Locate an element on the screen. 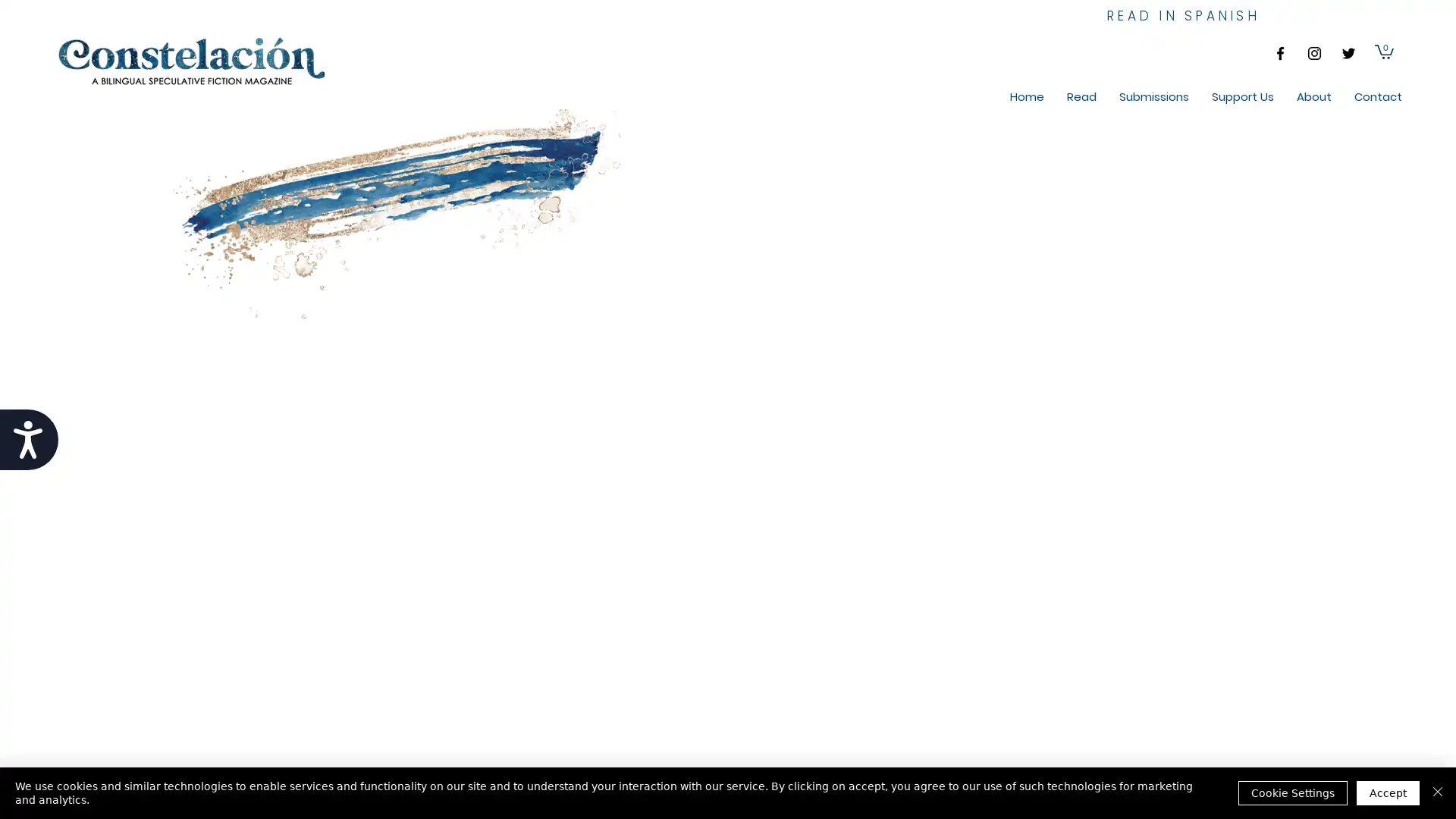  Accept is located at coordinates (1388, 792).